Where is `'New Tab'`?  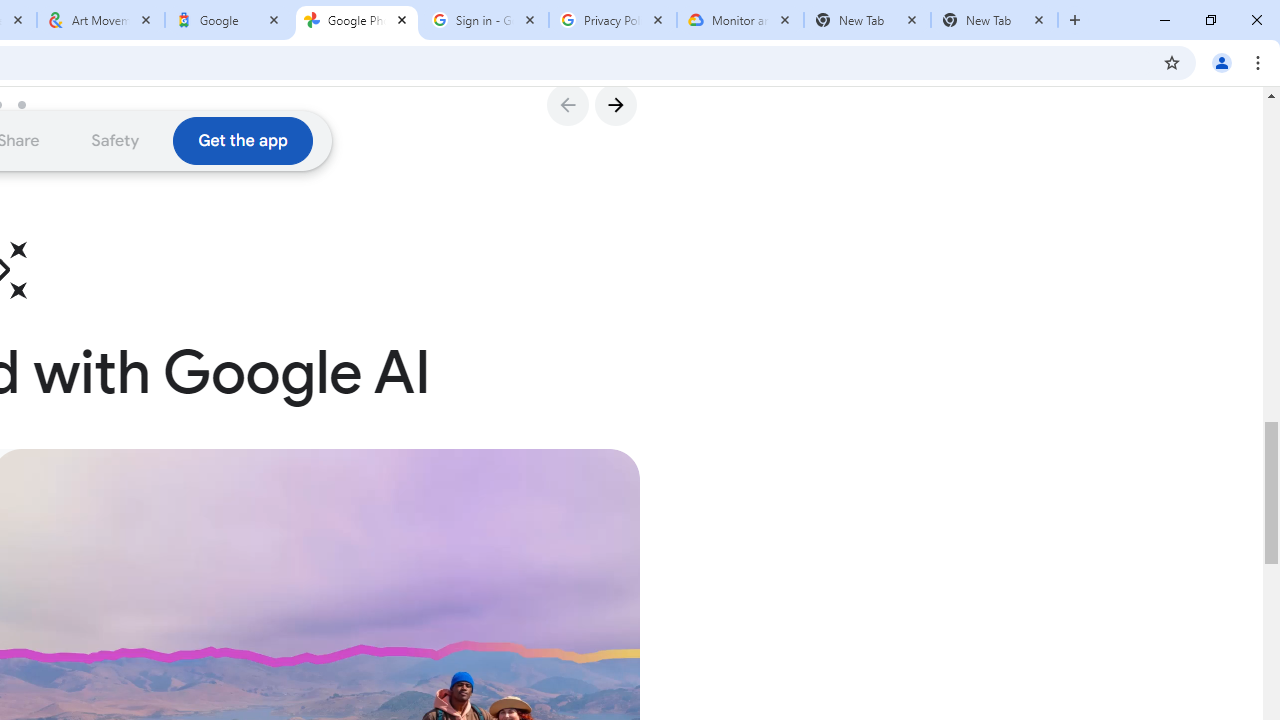 'New Tab' is located at coordinates (994, 20).